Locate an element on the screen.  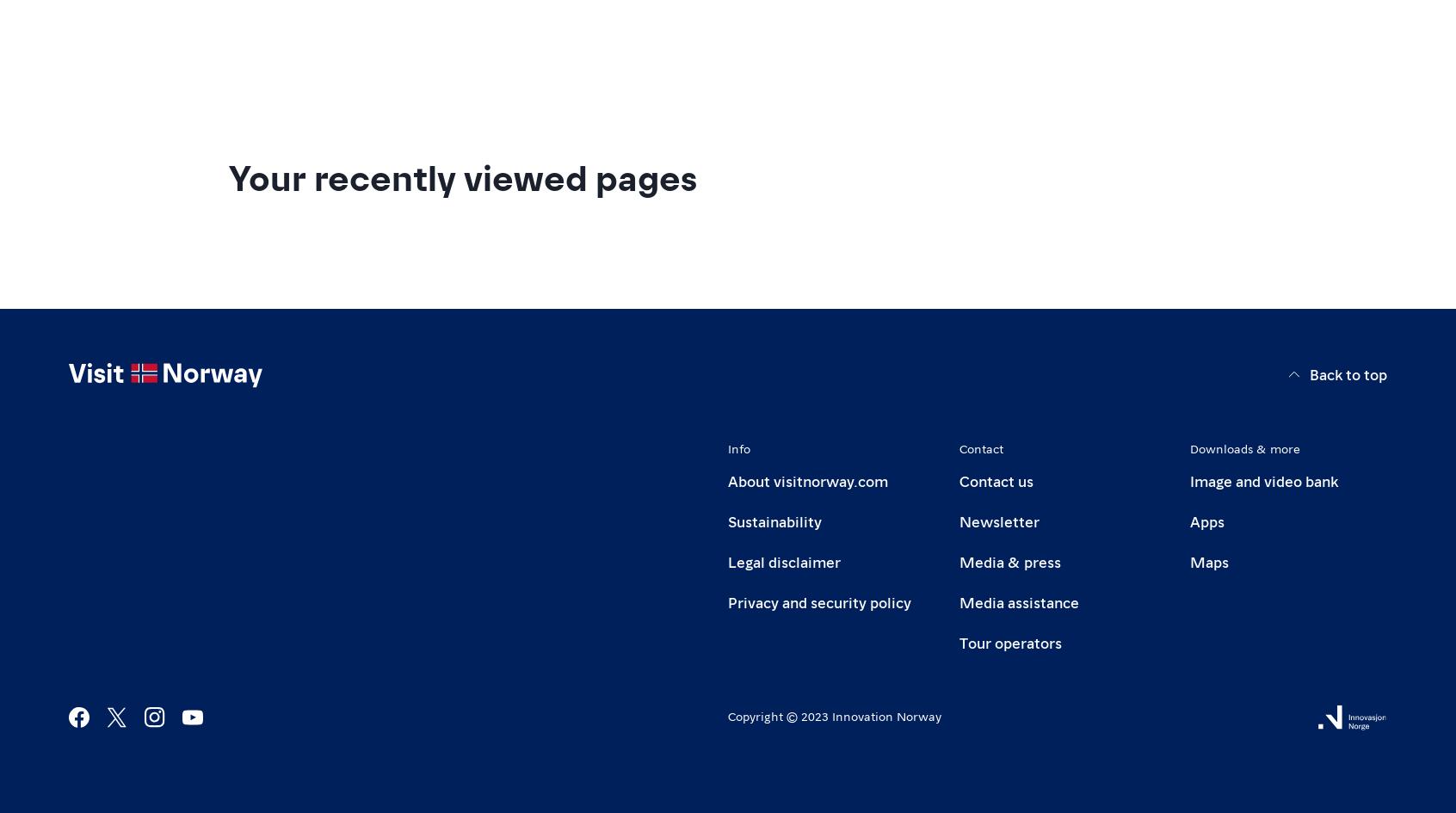
'Maps' is located at coordinates (1190, 559).